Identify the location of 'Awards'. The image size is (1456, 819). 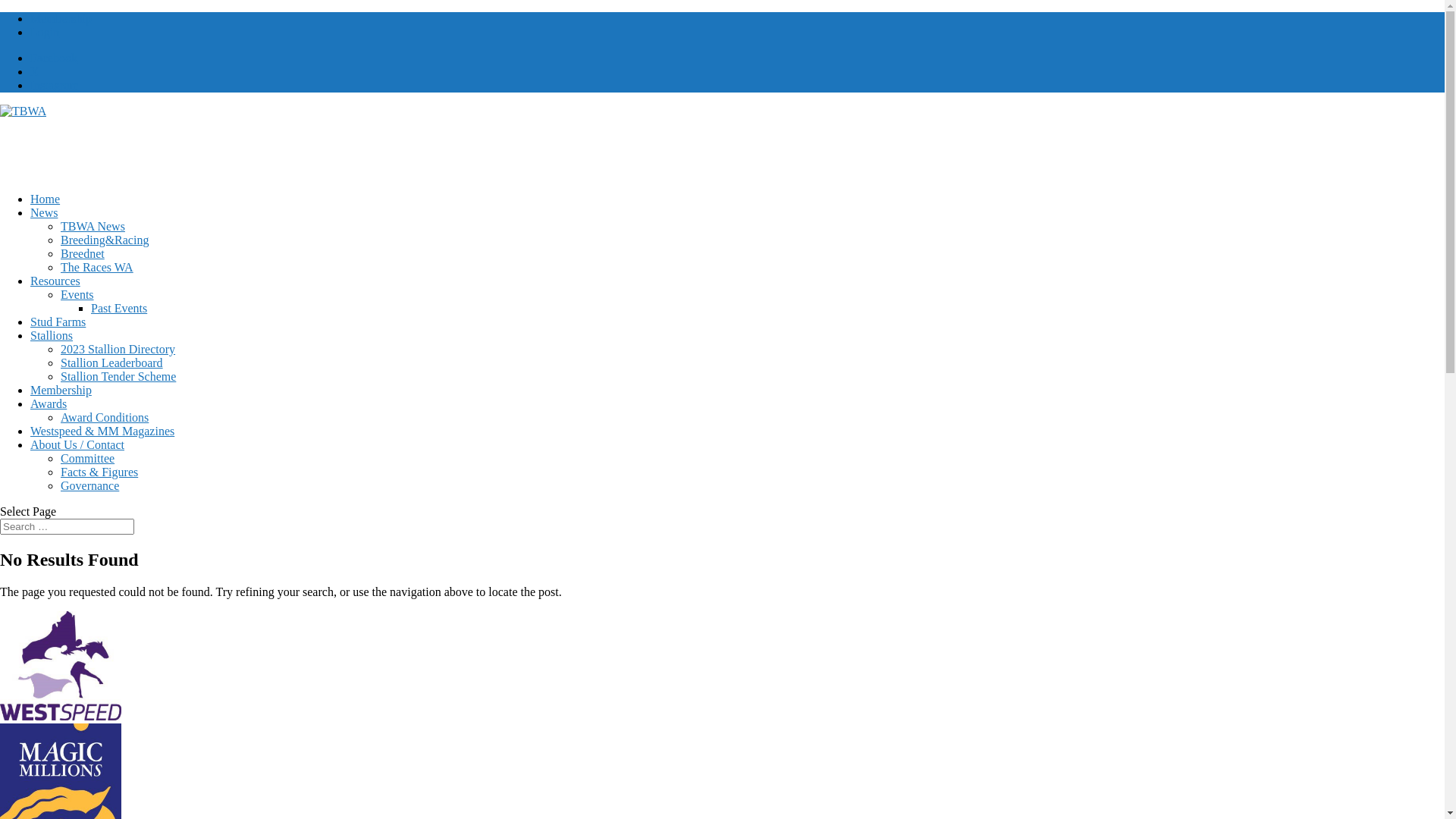
(48, 403).